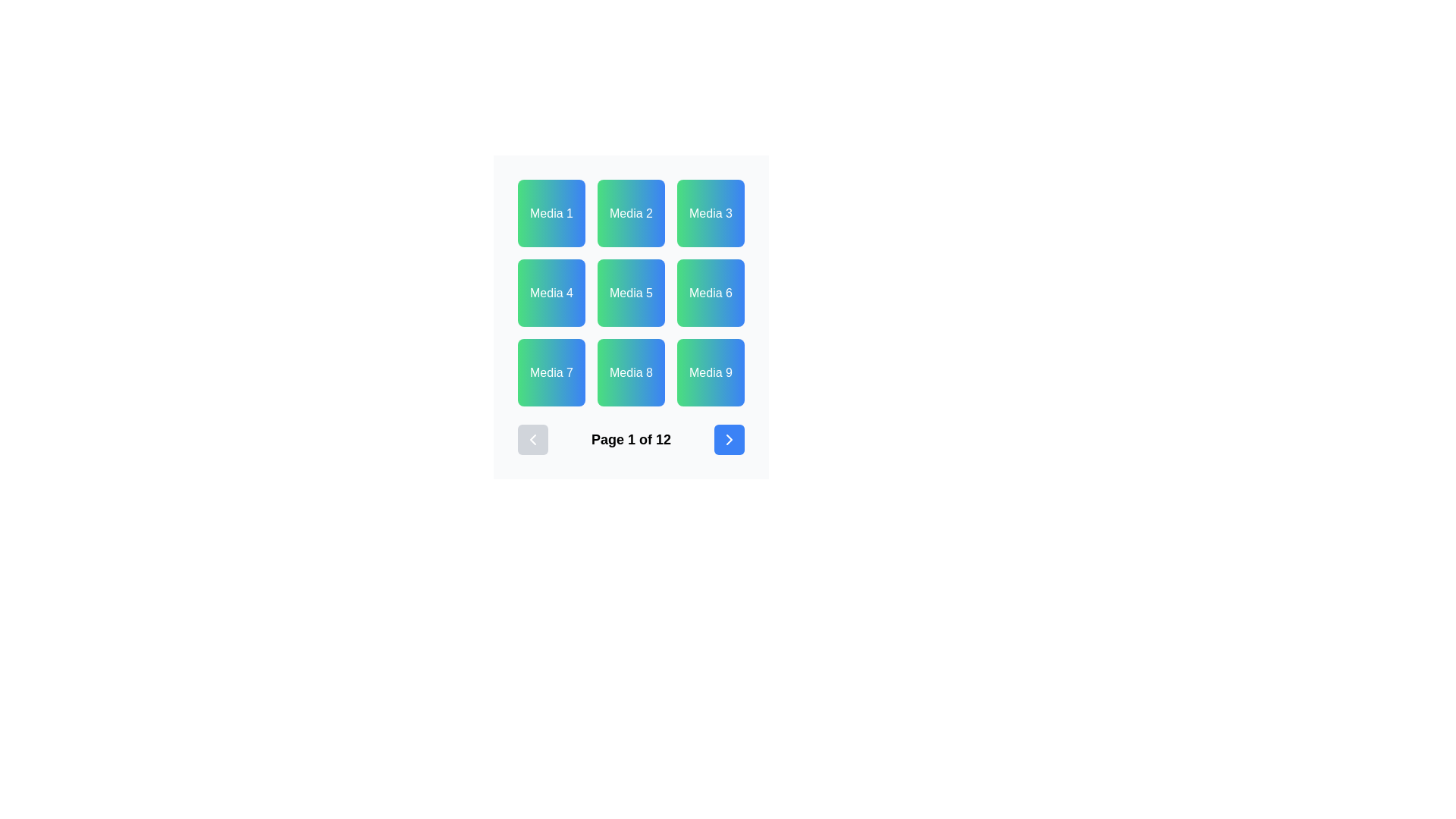  What do you see at coordinates (710, 293) in the screenshot?
I see `the interactive tile labeled 'Media 6', which is a square tile with a gradient background from green to blue and contains the text 'Media 6' centered in white` at bounding box center [710, 293].